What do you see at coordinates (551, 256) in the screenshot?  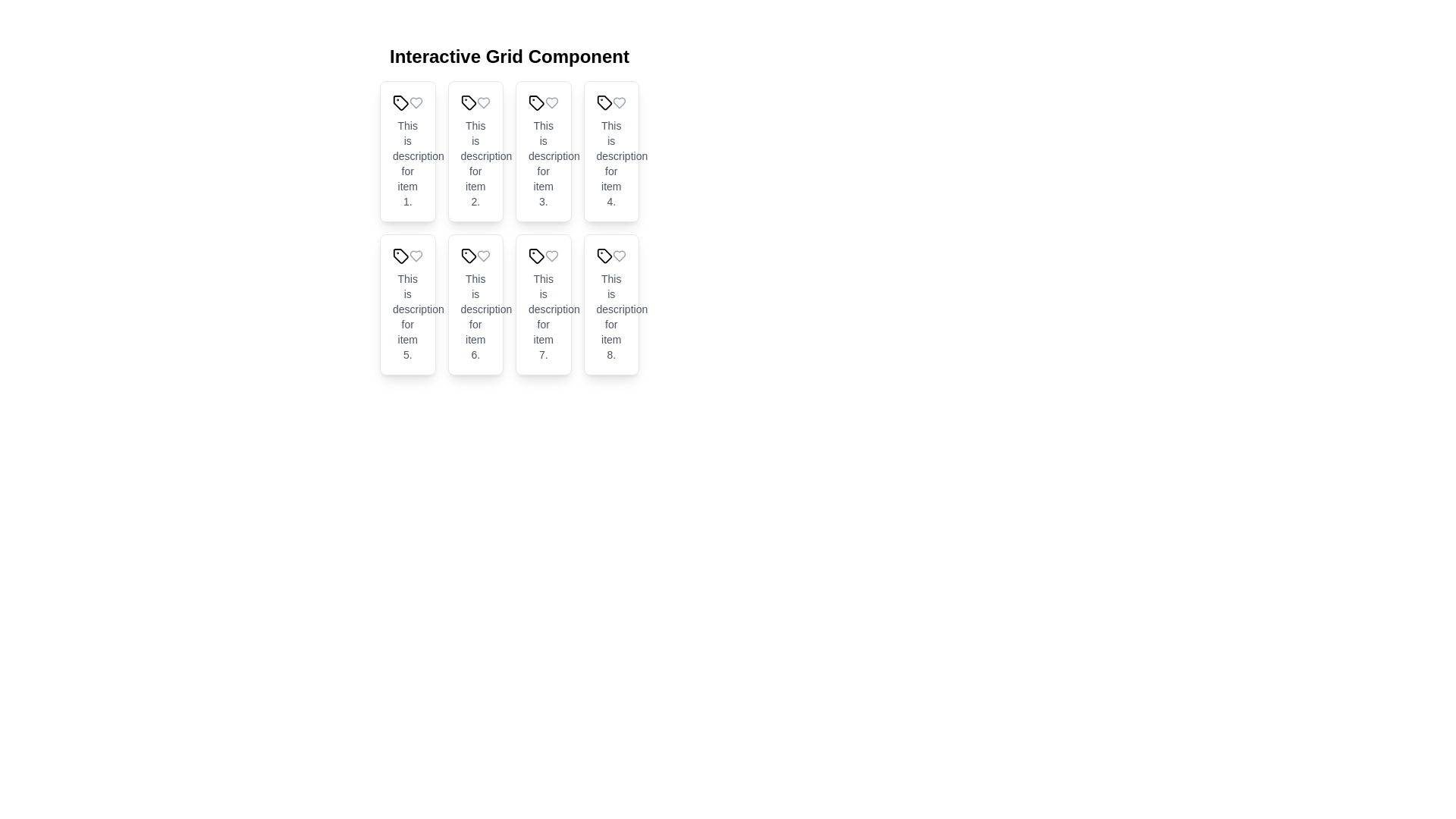 I see `the 'like' or 'favorite' icon located in the top-right corner of the seventh card in the grid layout` at bounding box center [551, 256].